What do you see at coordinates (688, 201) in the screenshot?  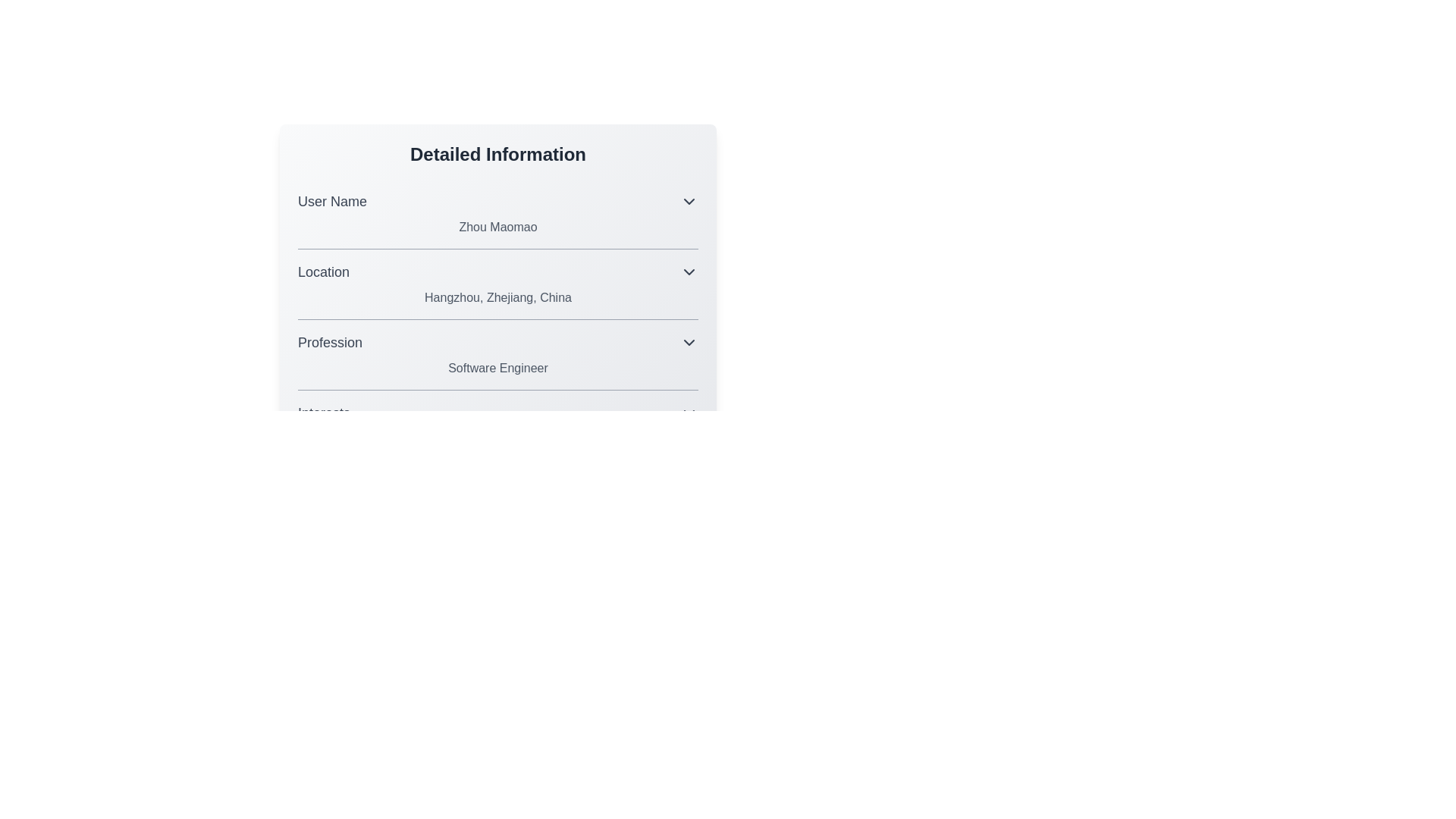 I see `the icon located to the far right of the 'User Name' section` at bounding box center [688, 201].